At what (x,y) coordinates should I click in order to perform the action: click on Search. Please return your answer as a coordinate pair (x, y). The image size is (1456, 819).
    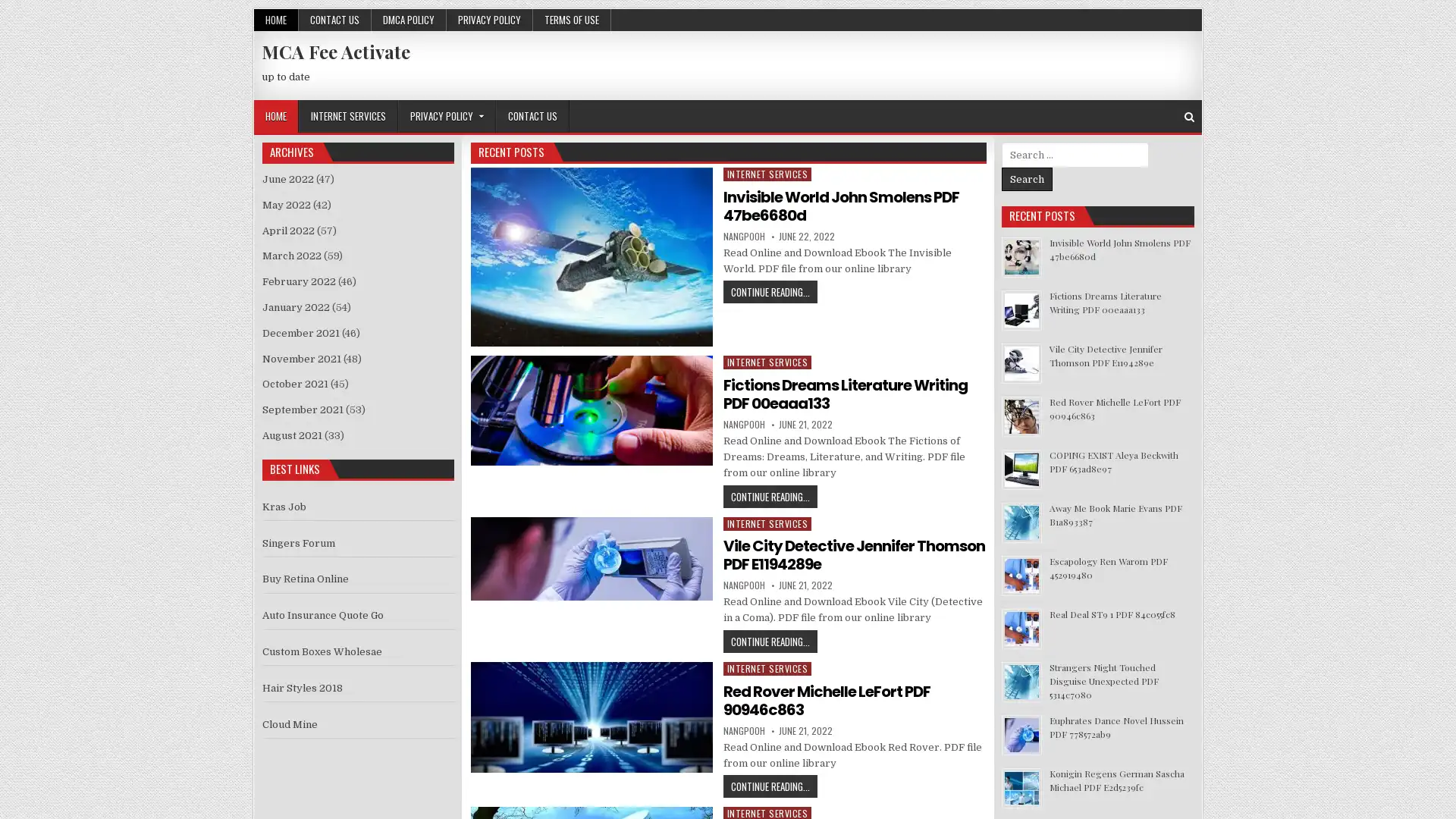
    Looking at the image, I should click on (1027, 178).